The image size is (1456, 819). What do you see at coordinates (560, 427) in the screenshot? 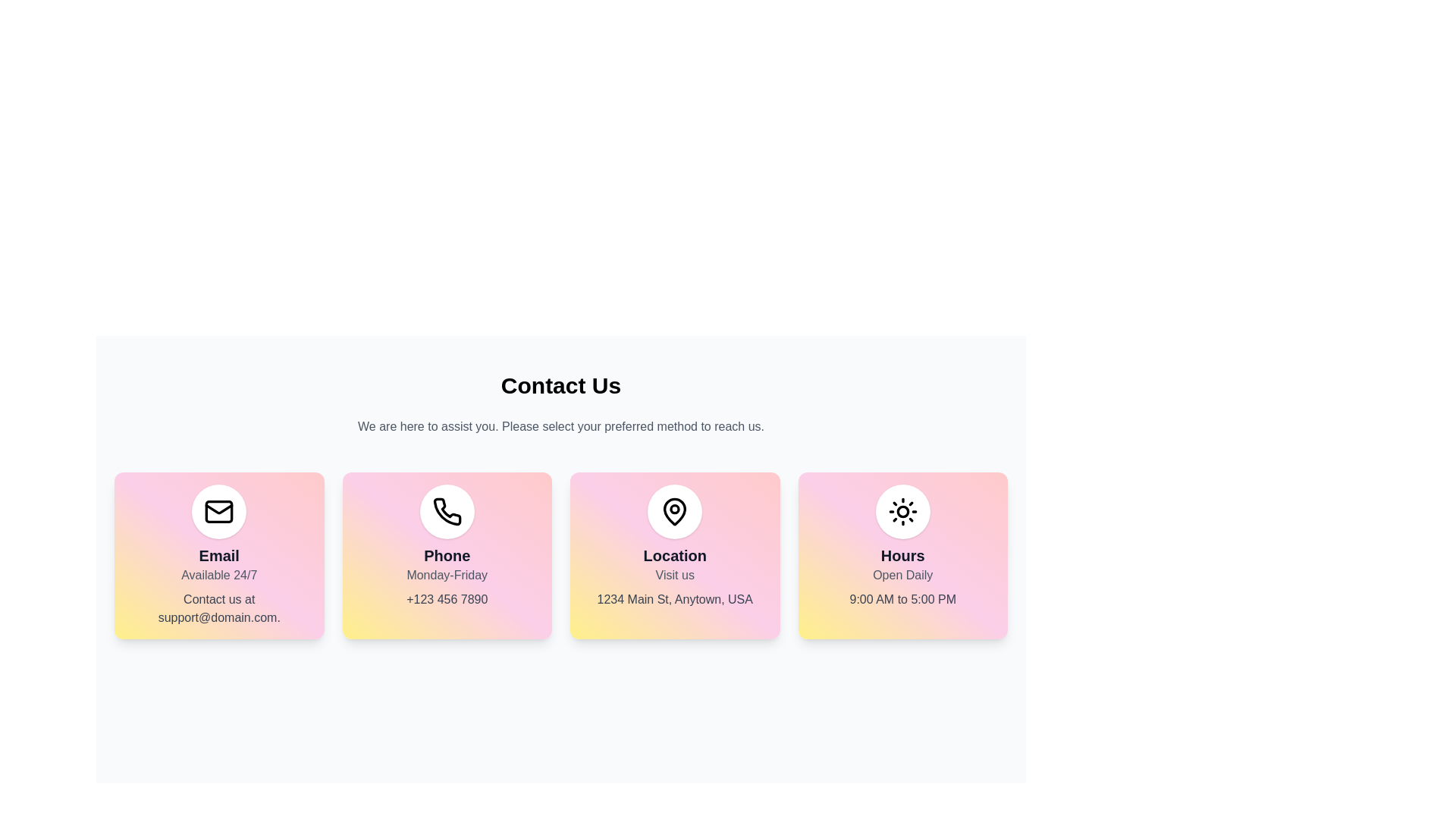
I see `informational text located below the 'Contact Us' heading and above the options grid, which guides users on available contact methods` at bounding box center [560, 427].